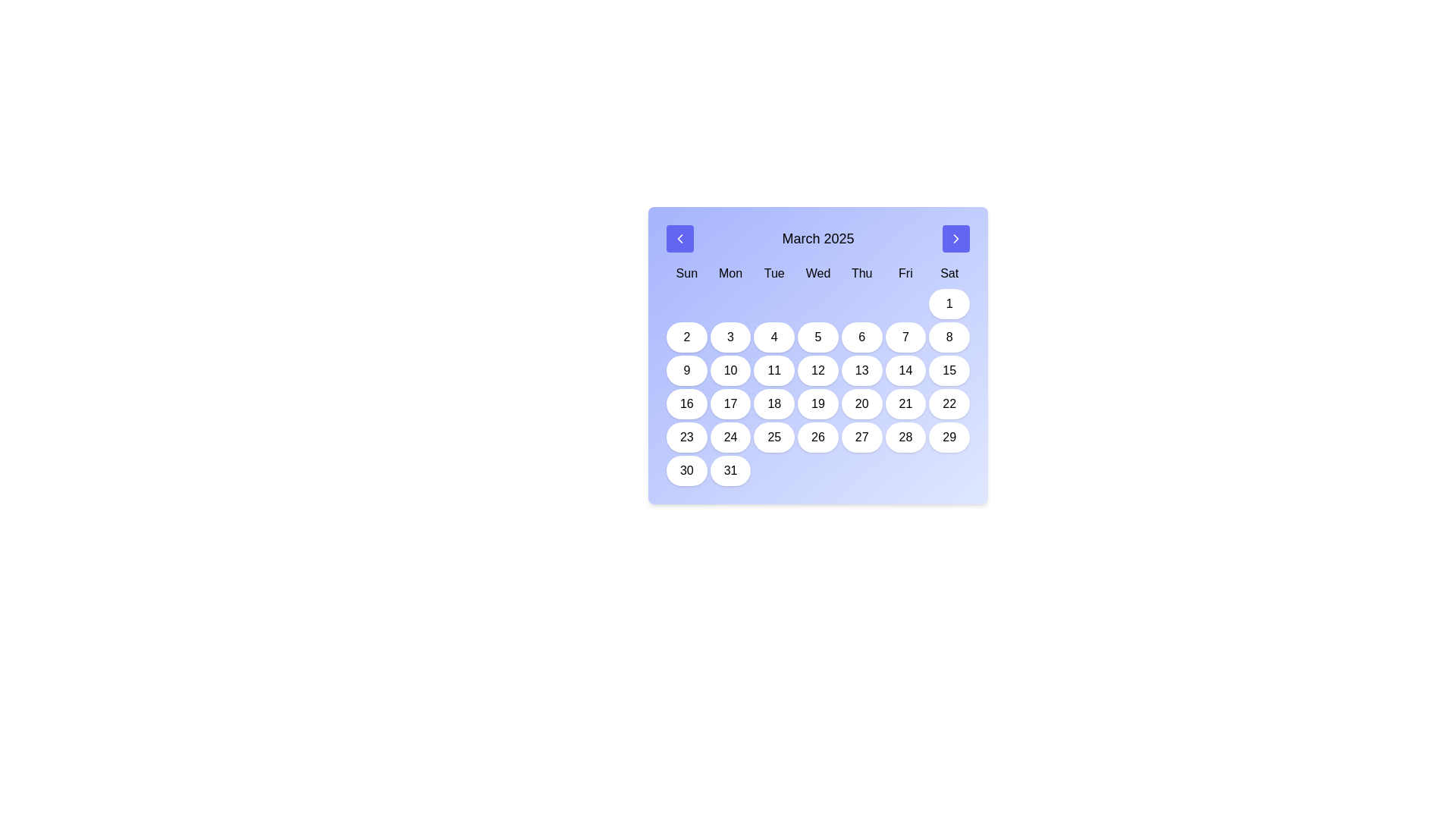  Describe the element at coordinates (730, 438) in the screenshot. I see `the circular button displaying the number '24' to confirm selection` at that location.